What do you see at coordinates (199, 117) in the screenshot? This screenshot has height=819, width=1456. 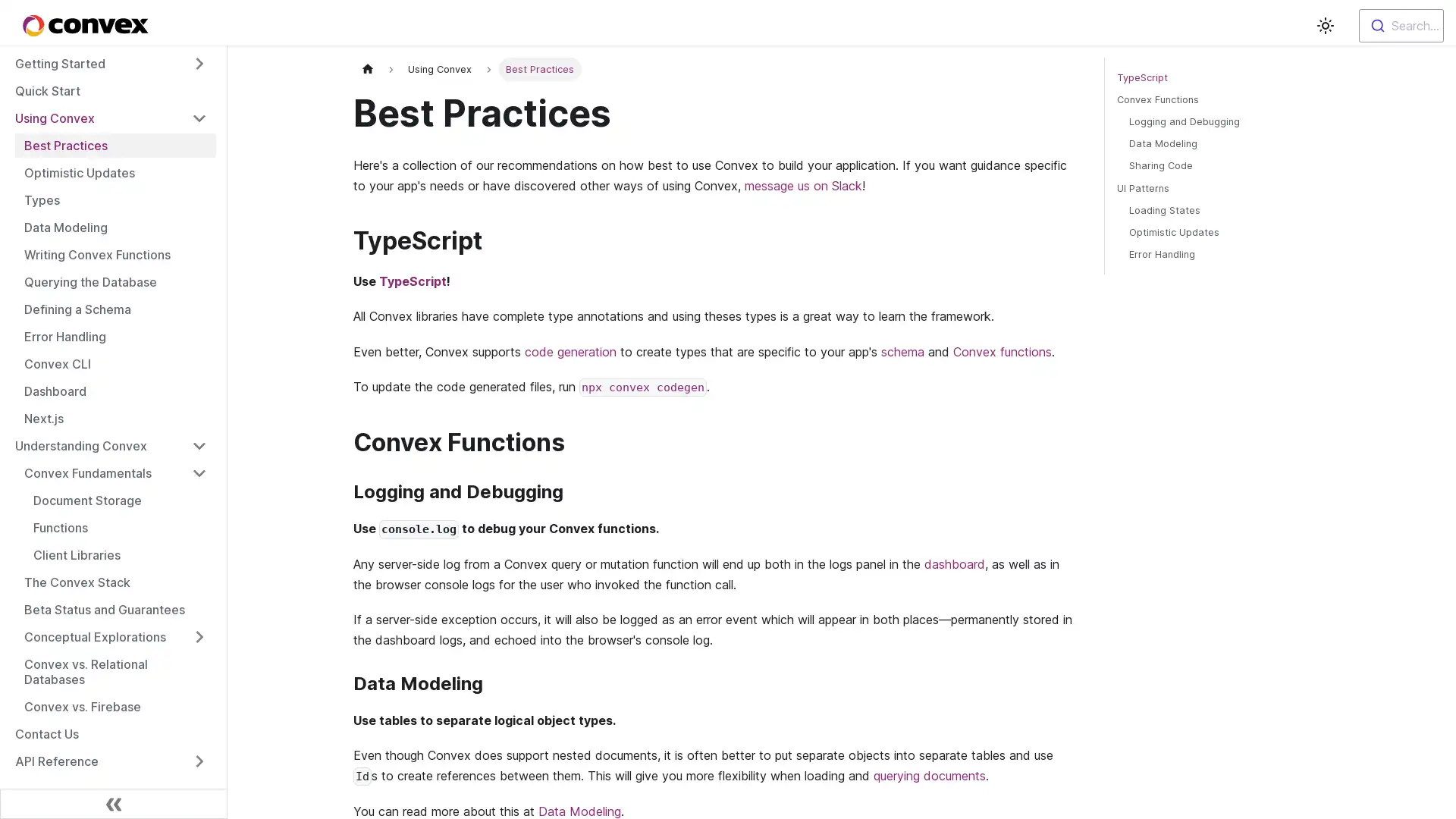 I see `Toggle the collapsible sidebar category 'Using Convex'` at bounding box center [199, 117].